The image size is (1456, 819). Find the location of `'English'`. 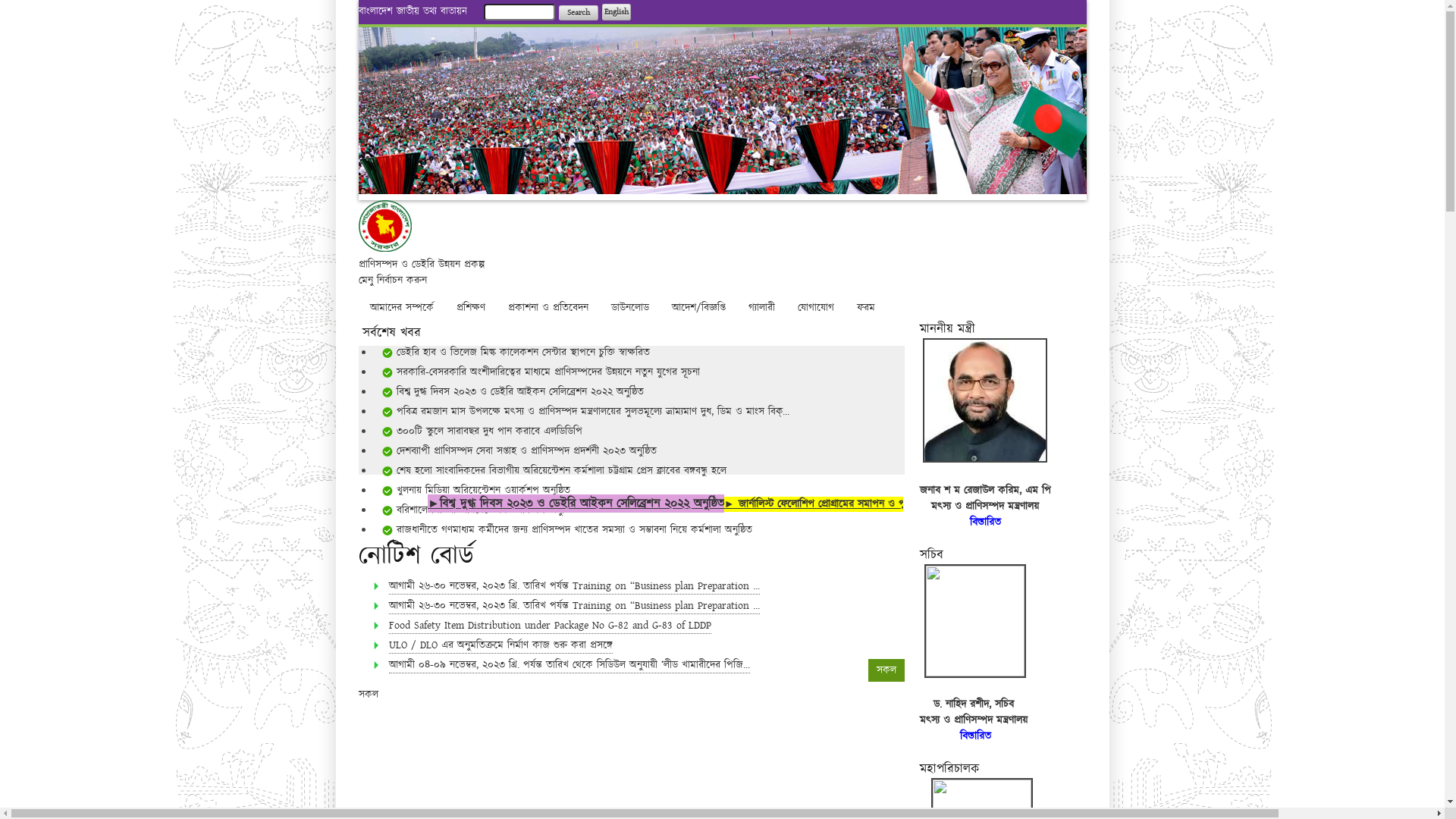

'English' is located at coordinates (616, 11).